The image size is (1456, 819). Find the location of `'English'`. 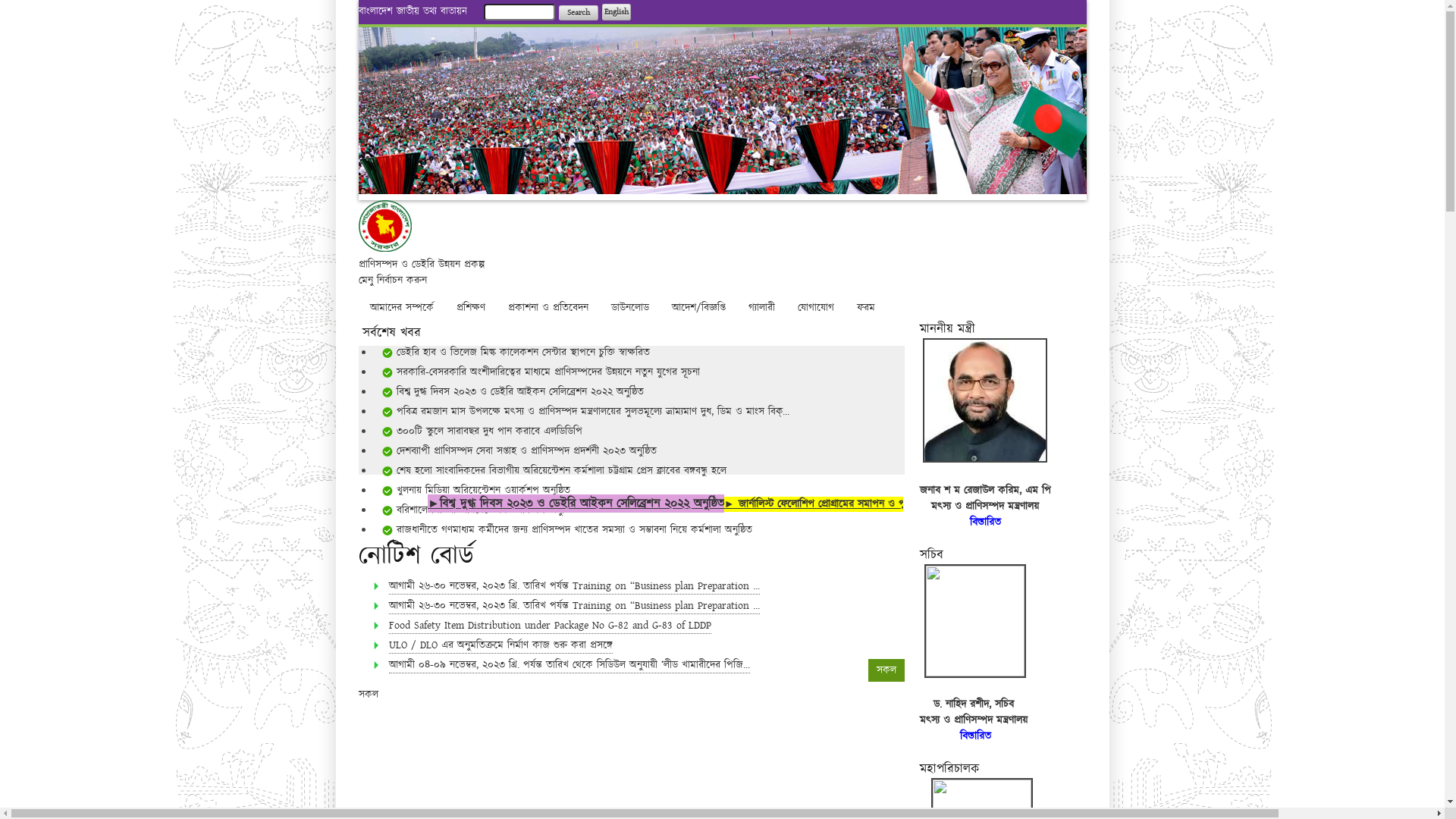

'English' is located at coordinates (616, 11).